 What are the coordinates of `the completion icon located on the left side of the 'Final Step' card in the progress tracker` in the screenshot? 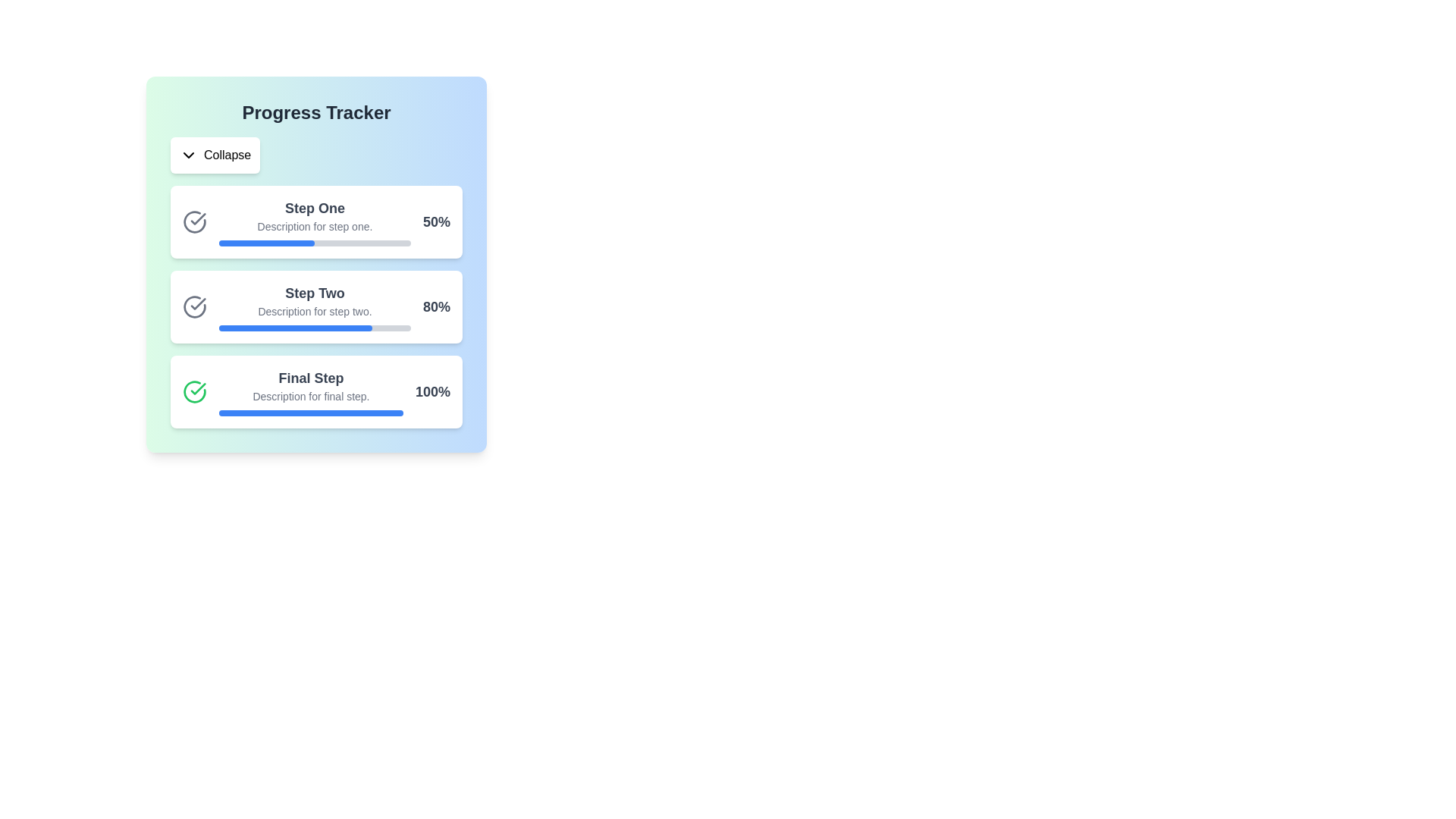 It's located at (197, 388).